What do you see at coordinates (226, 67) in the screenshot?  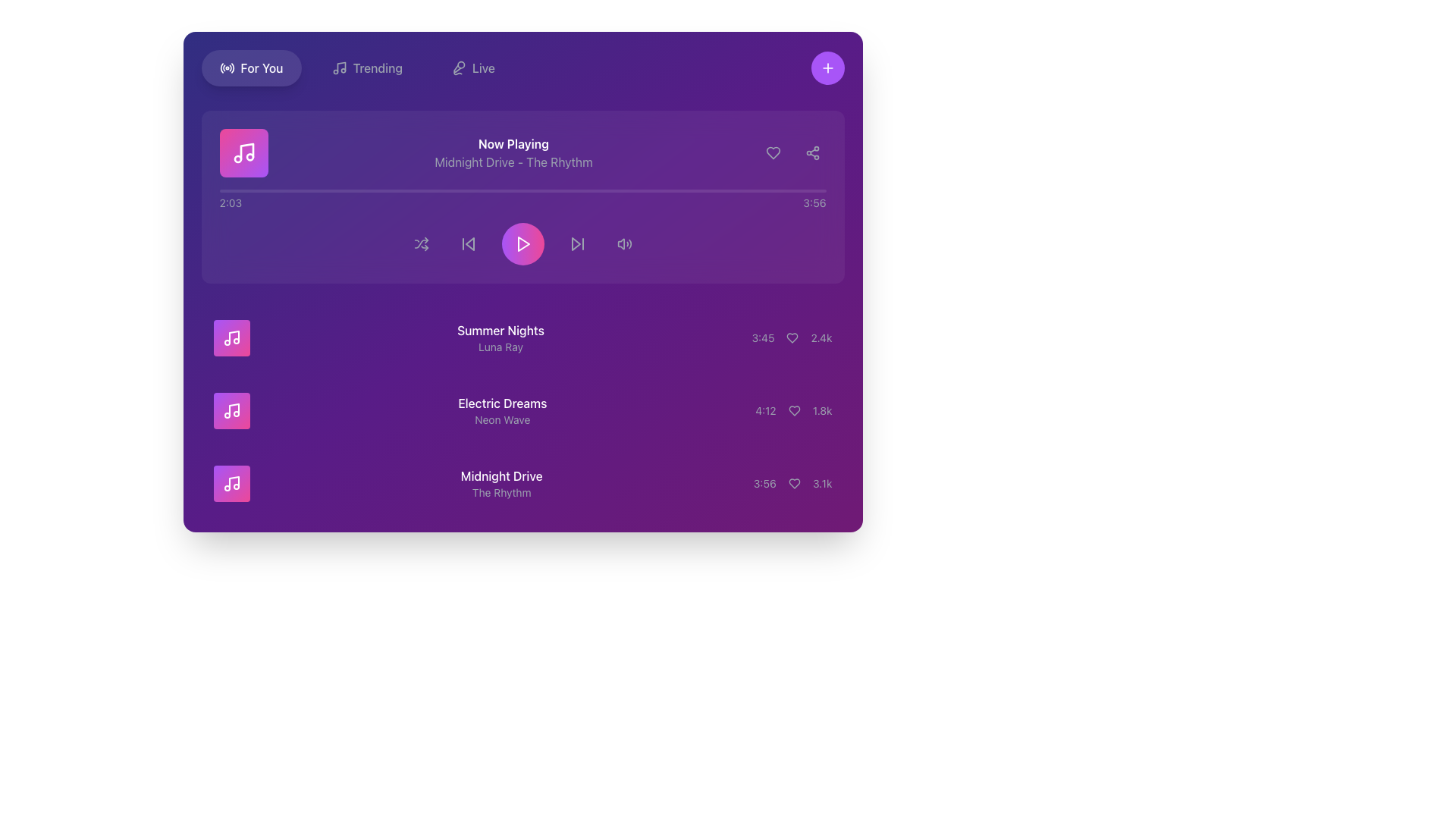 I see `the first icon of the 'For You' tab button located at the top left corner of the interface` at bounding box center [226, 67].